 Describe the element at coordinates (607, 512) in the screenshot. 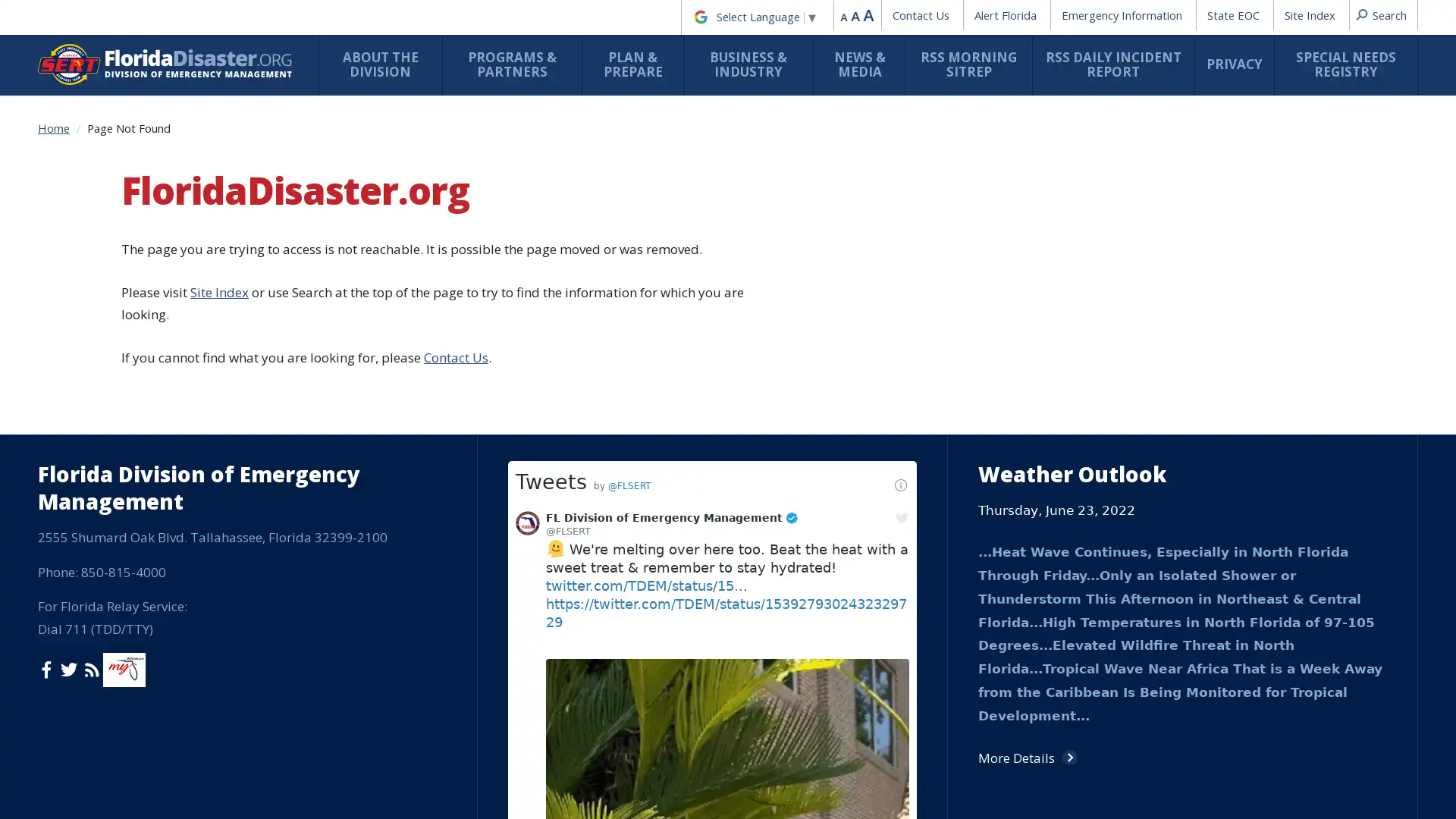

I see `Toggle More` at that location.